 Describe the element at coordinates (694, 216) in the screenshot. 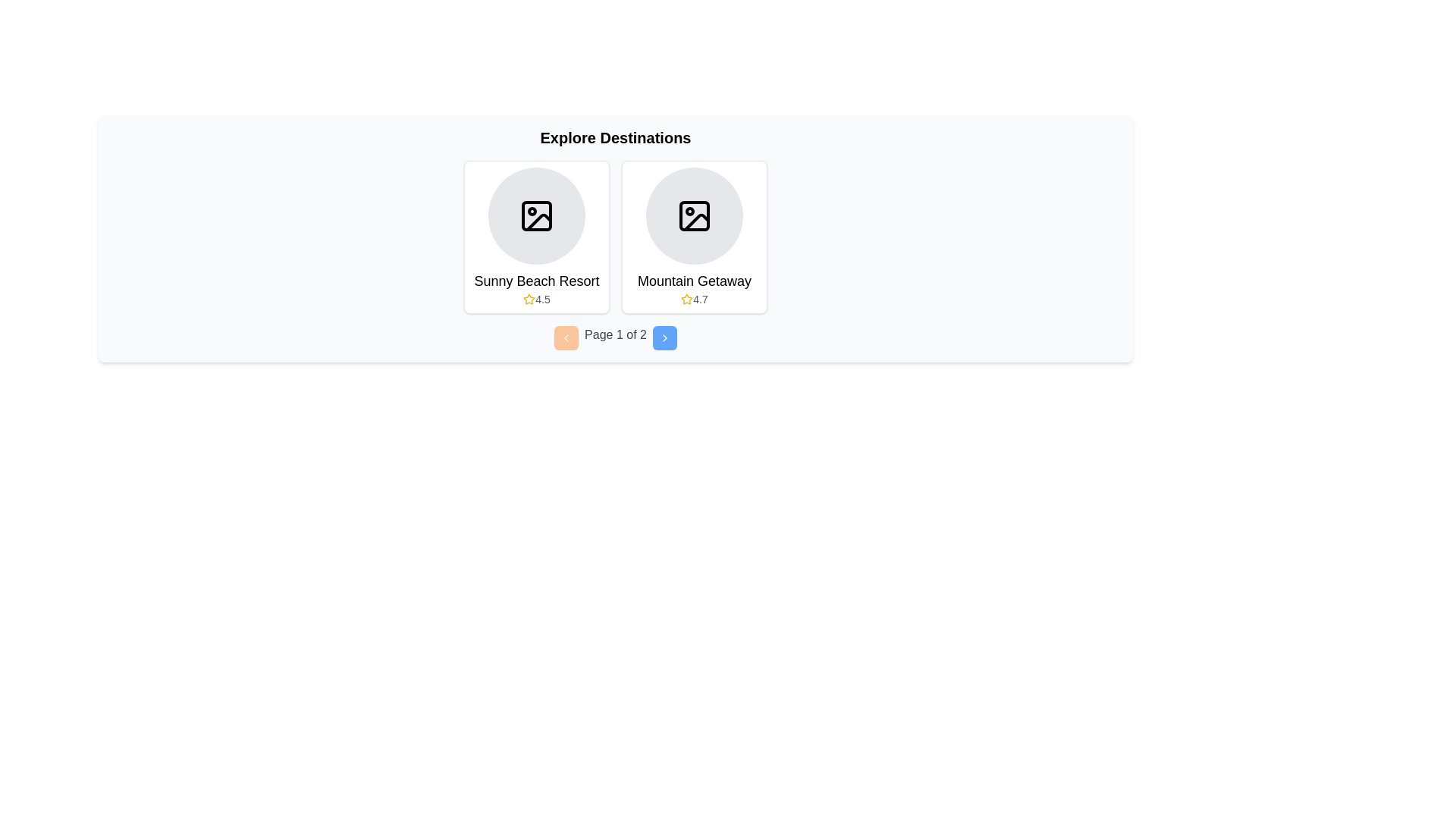

I see `the circular image placeholder icon with a gray background and black landscape icon located at the top-center of the 'Mountain Getaway' card` at that location.